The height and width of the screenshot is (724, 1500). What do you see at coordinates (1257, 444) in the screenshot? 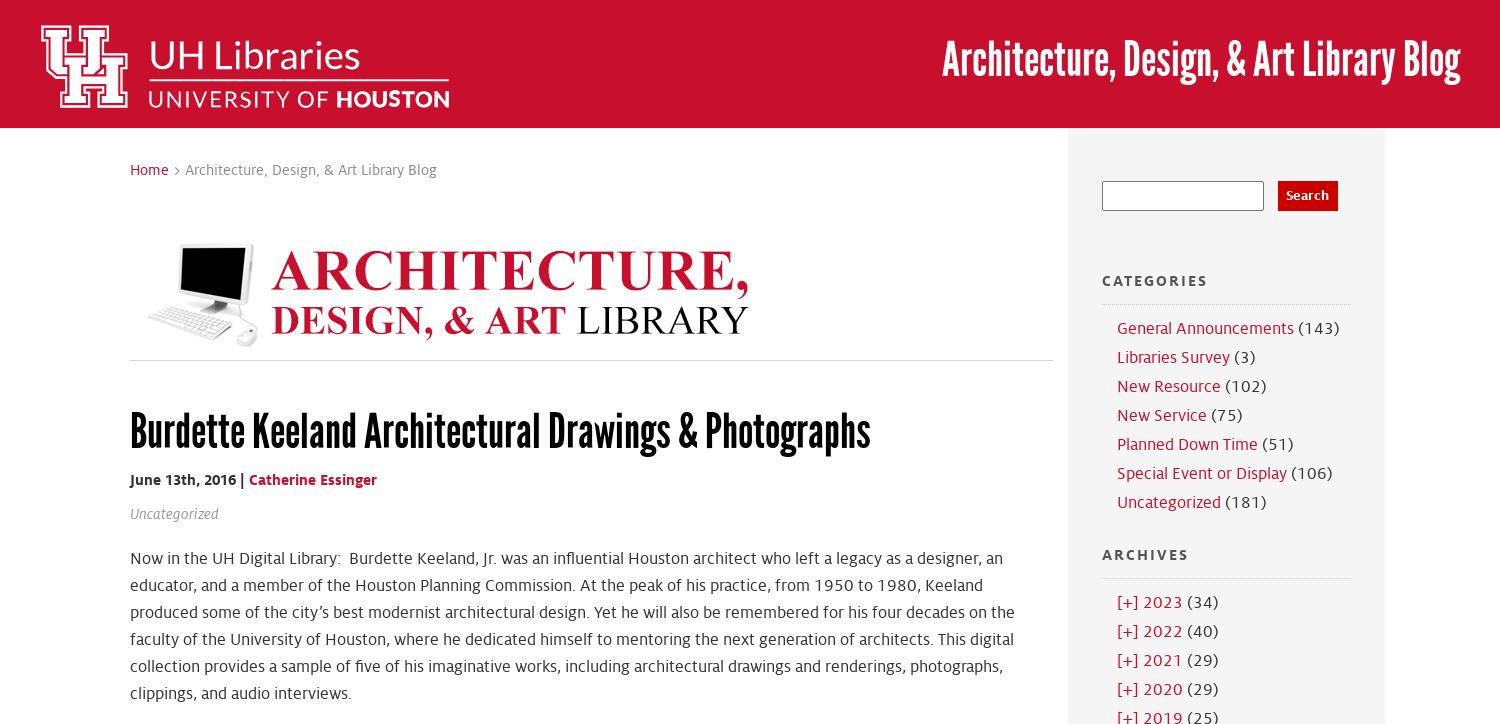
I see `'(51)'` at bounding box center [1257, 444].